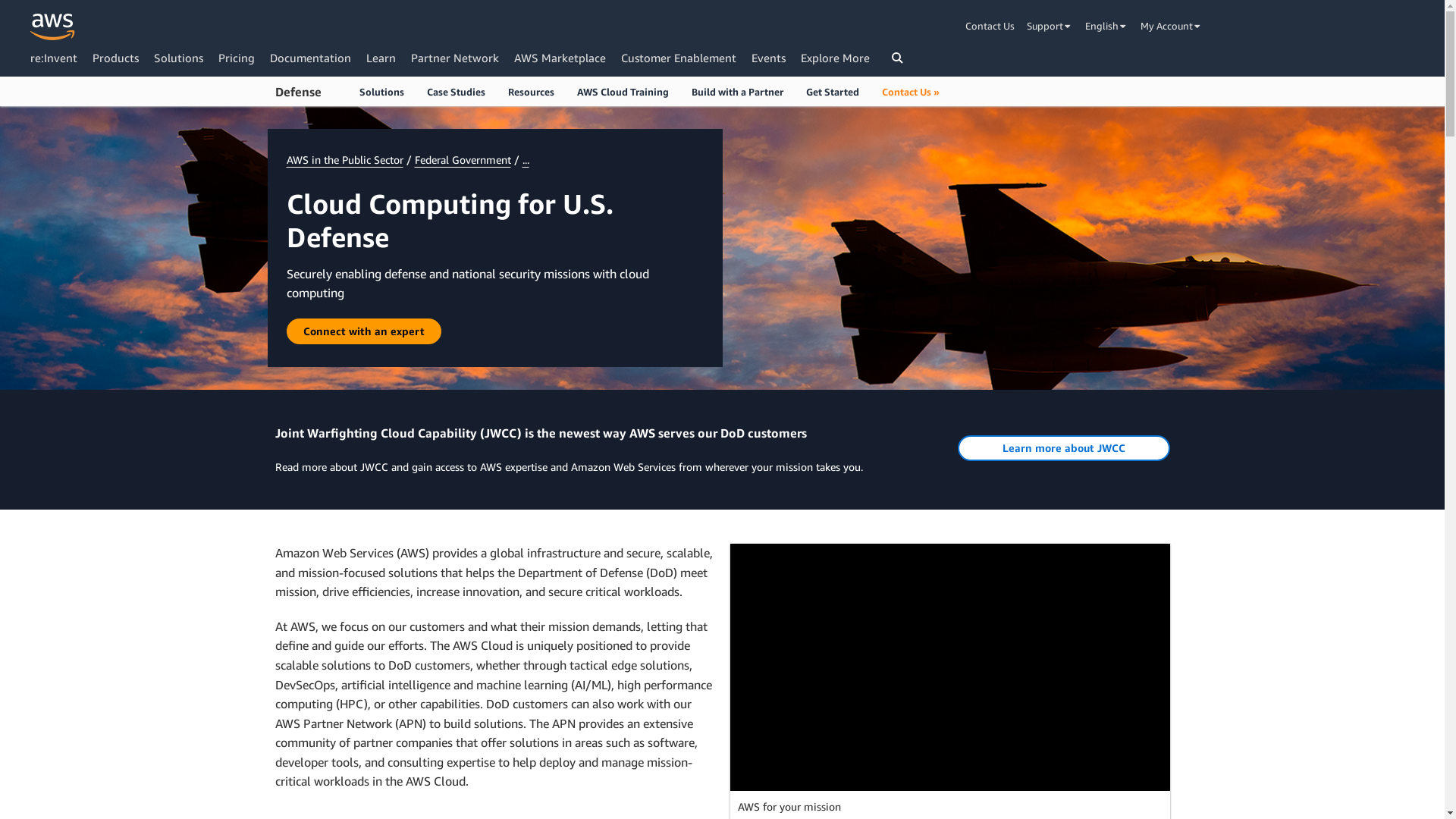  What do you see at coordinates (309, 57) in the screenshot?
I see `'Documentation'` at bounding box center [309, 57].